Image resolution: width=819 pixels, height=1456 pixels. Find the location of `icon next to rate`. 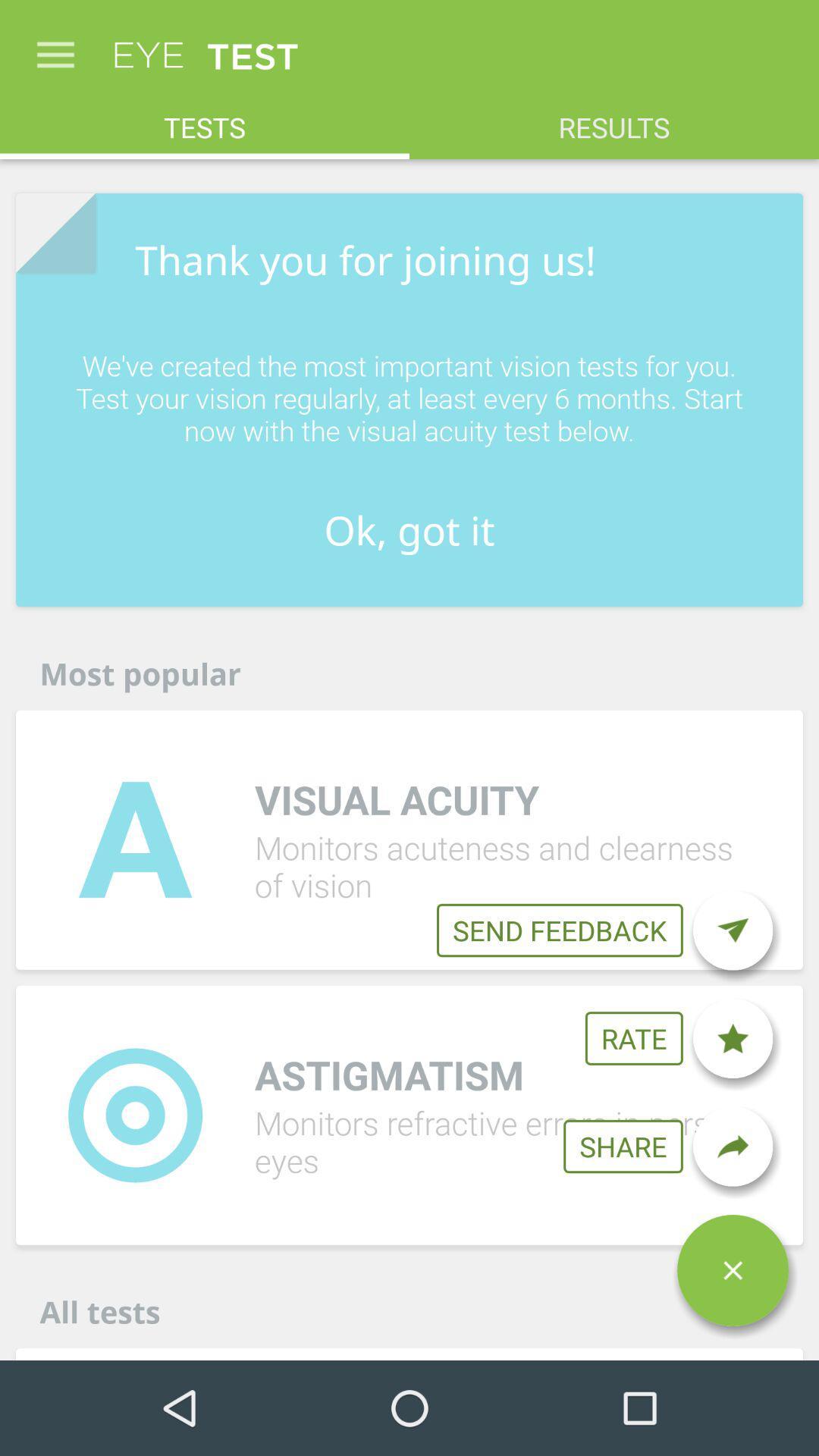

icon next to rate is located at coordinates (732, 1037).